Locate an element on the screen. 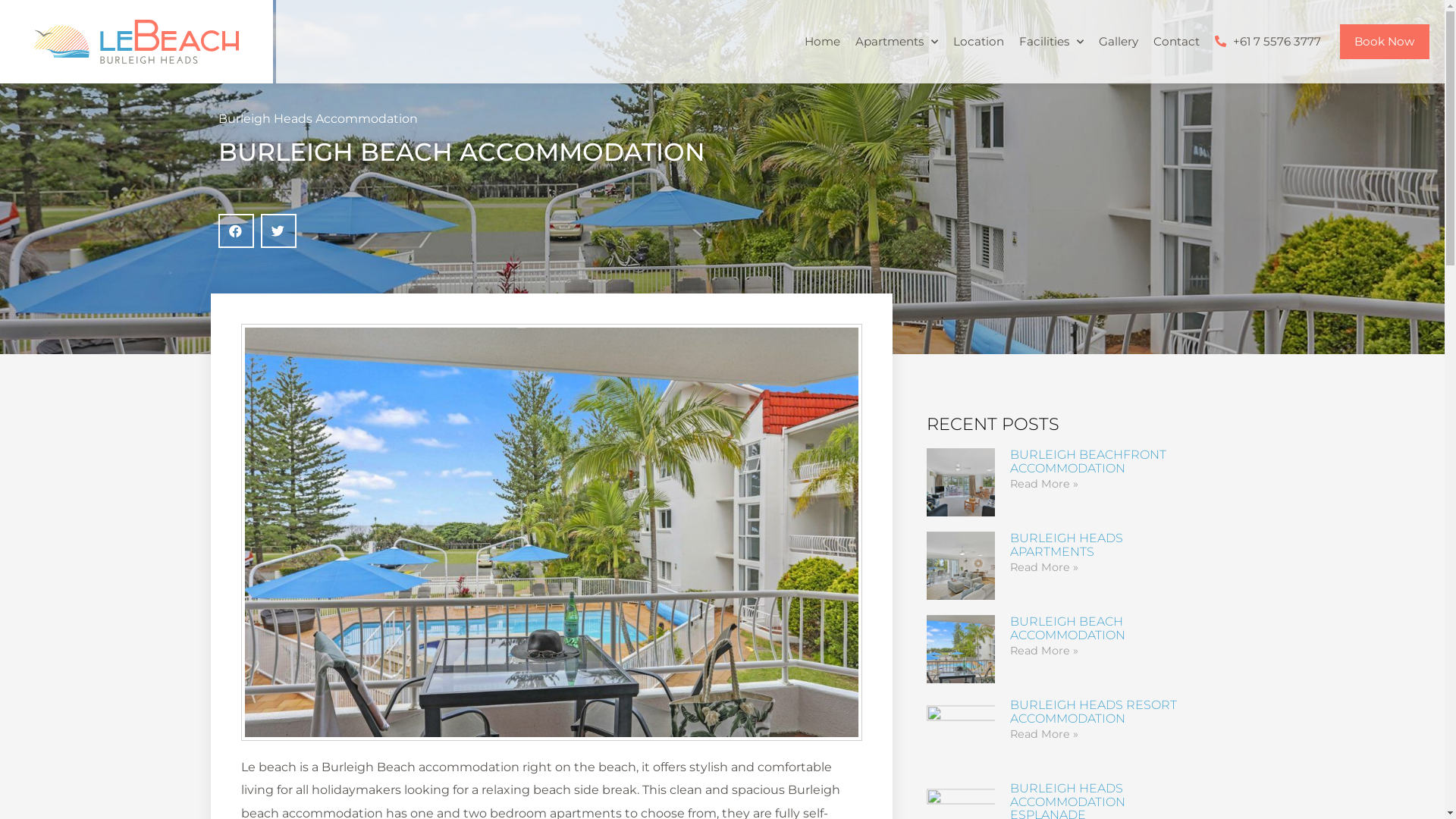 Image resolution: width=1456 pixels, height=819 pixels. 'Apartments' is located at coordinates (847, 40).